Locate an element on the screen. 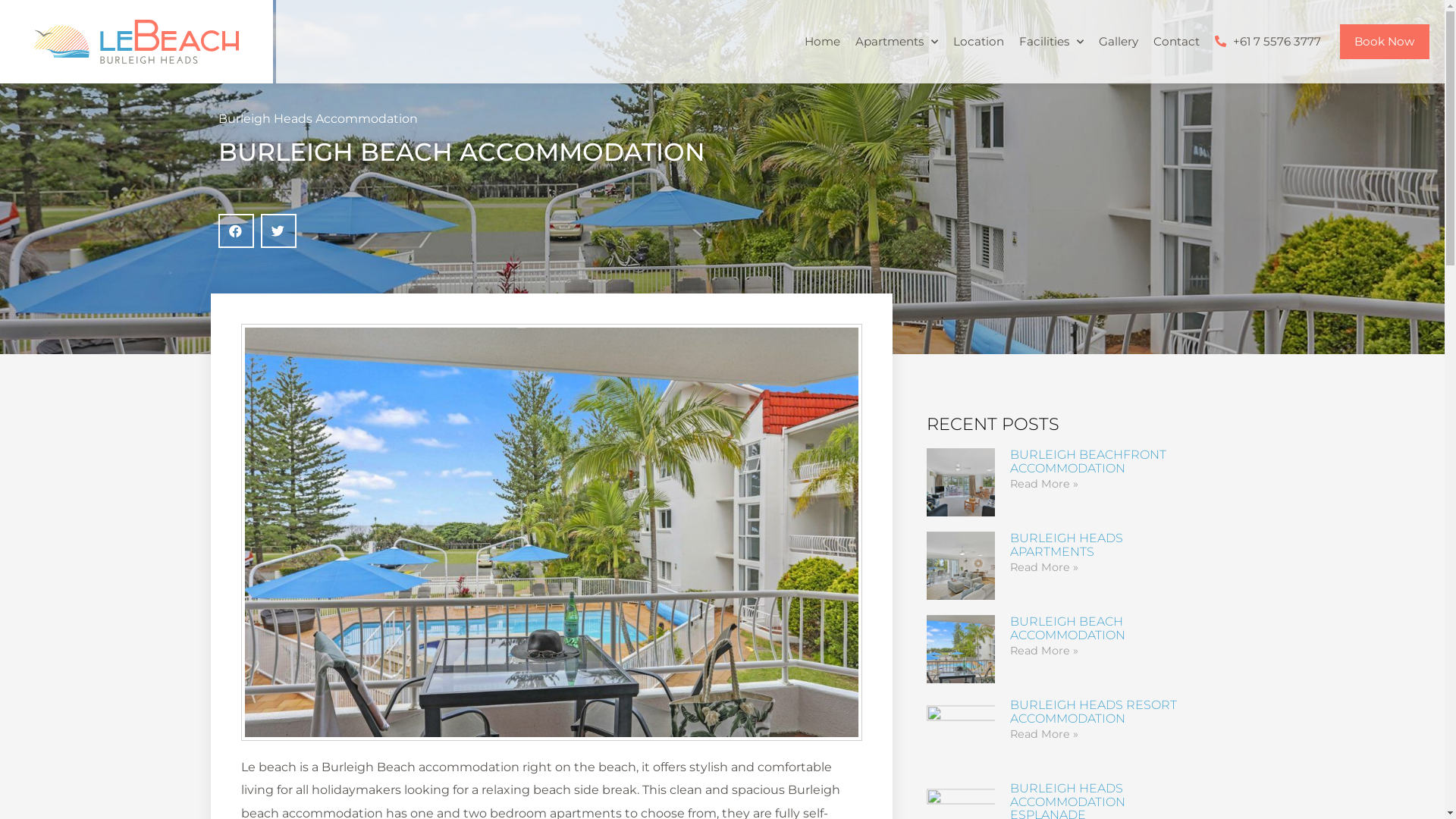 Image resolution: width=1456 pixels, height=819 pixels. 'Apartments' is located at coordinates (847, 40).